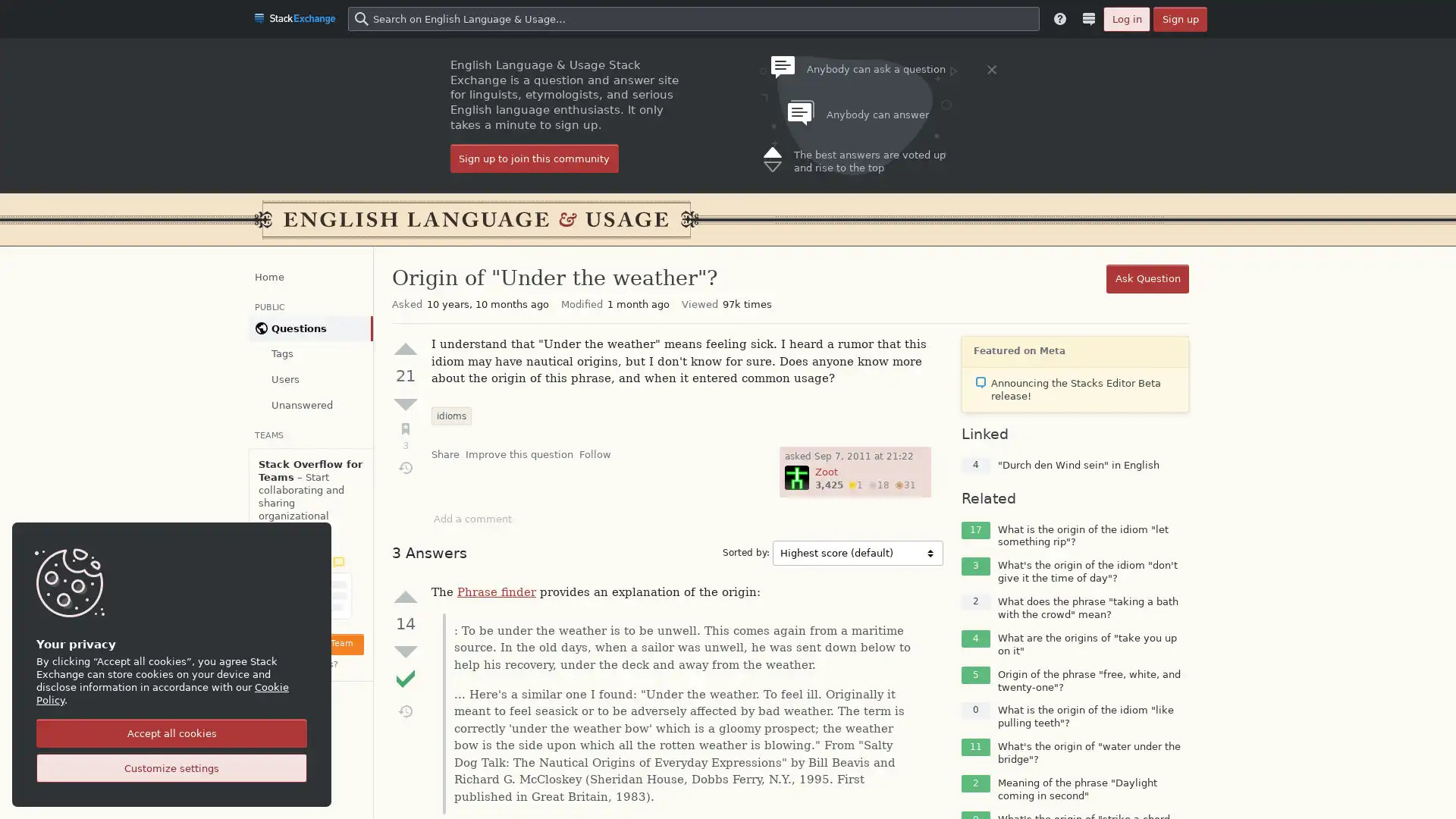 The width and height of the screenshot is (1456, 819). I want to click on Add a comment, so click(472, 519).